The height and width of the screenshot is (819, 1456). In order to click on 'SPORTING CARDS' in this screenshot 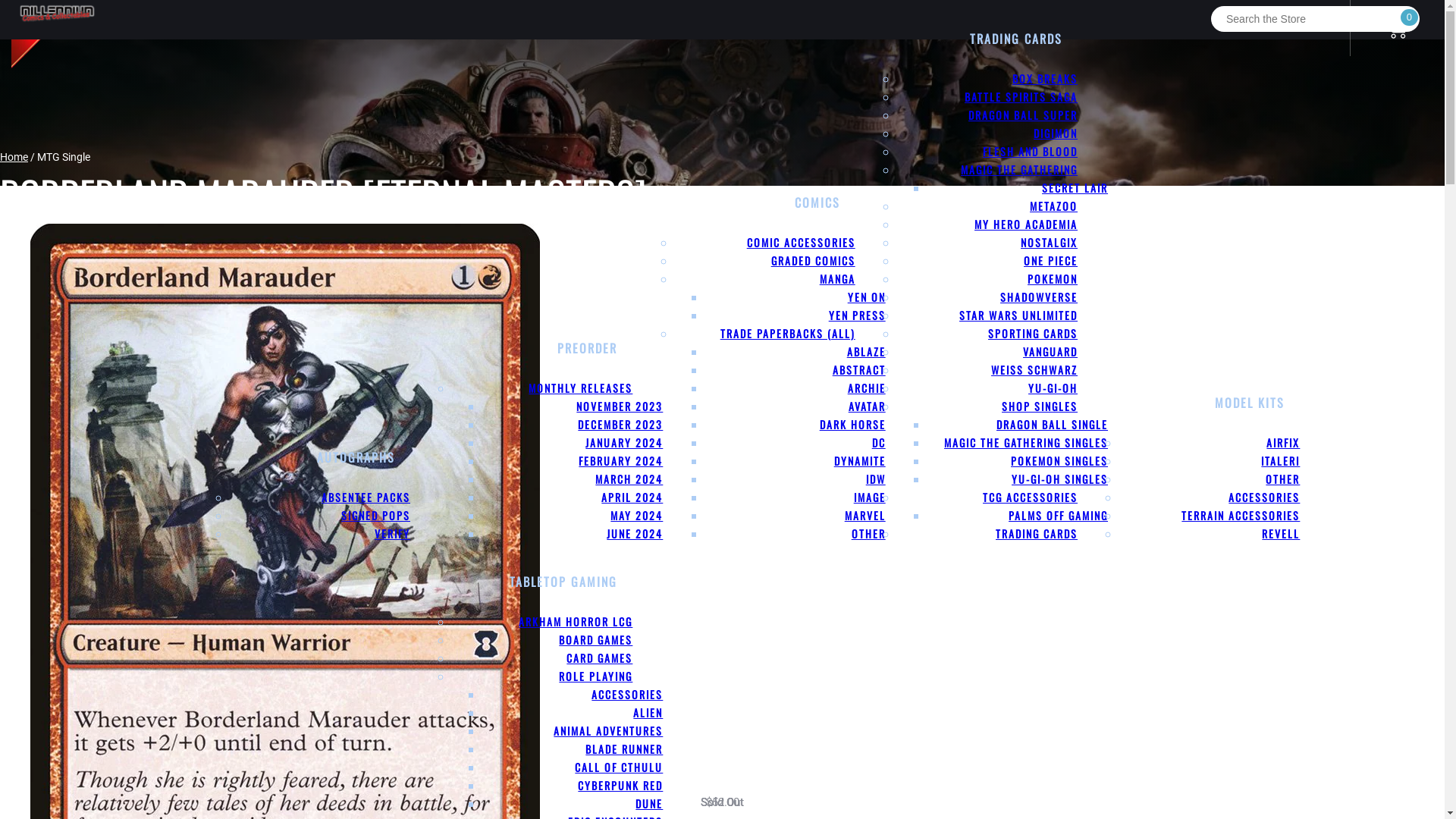, I will do `click(1032, 332)`.